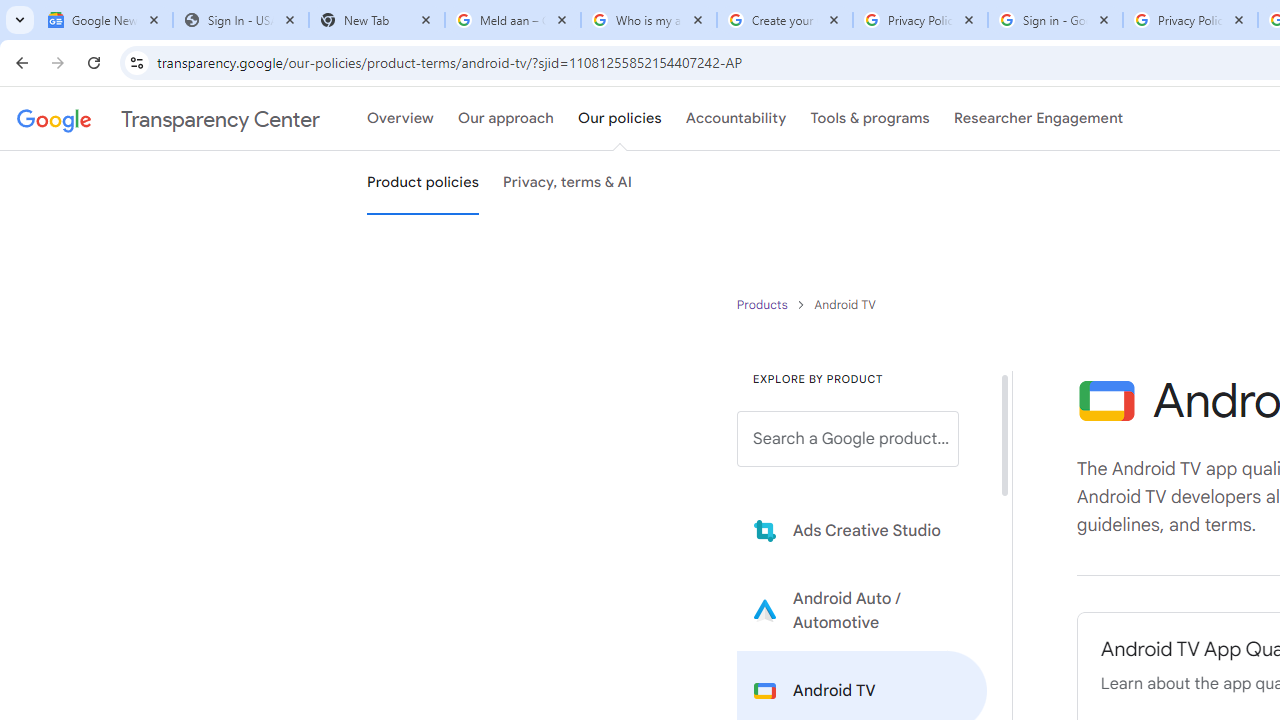 Image resolution: width=1280 pixels, height=720 pixels. I want to click on 'Learn more about Android Auto', so click(862, 609).